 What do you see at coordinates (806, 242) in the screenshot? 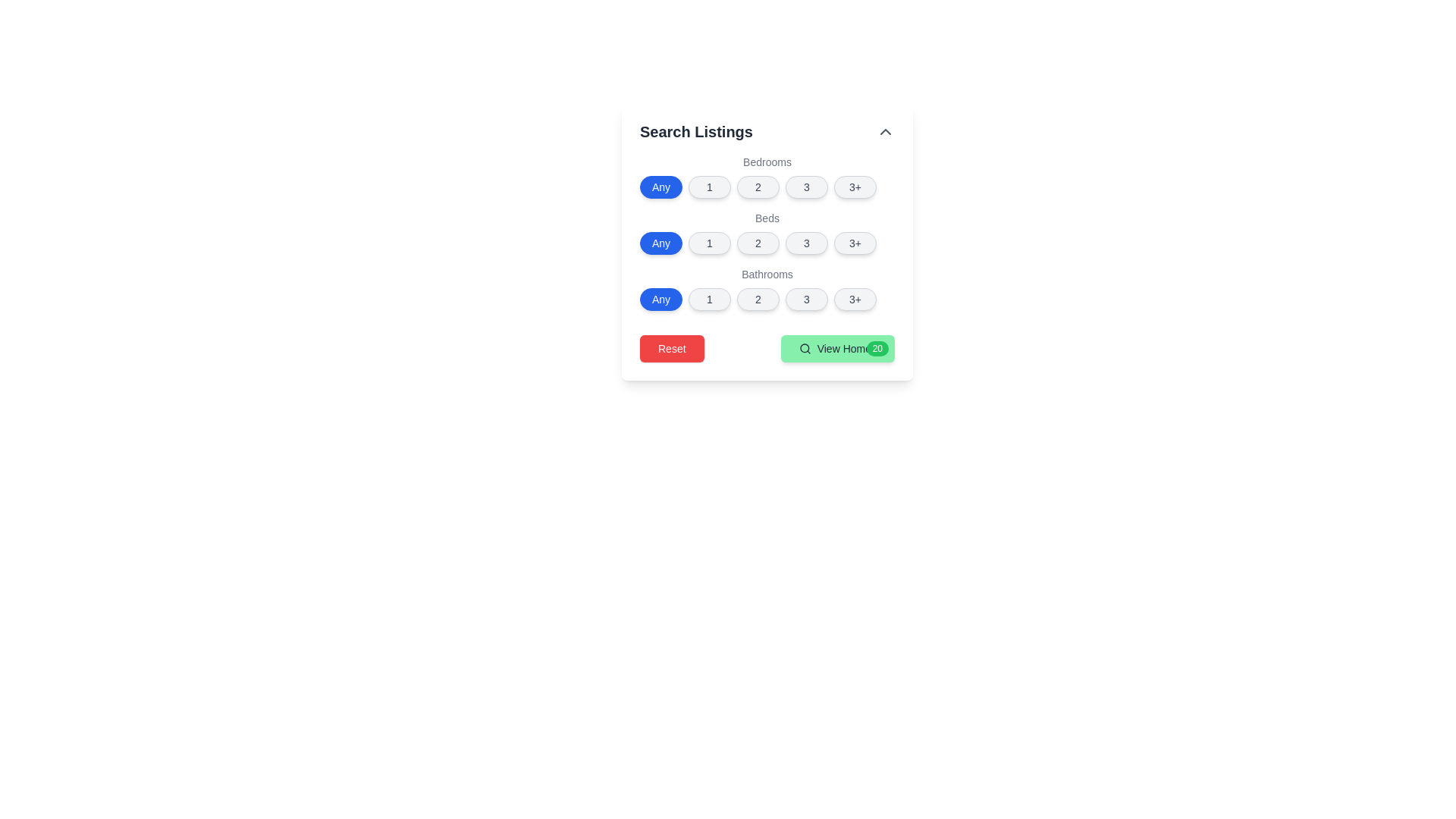
I see `the rounded rectangular button labeled '3' located in the 'Beds' section` at bounding box center [806, 242].